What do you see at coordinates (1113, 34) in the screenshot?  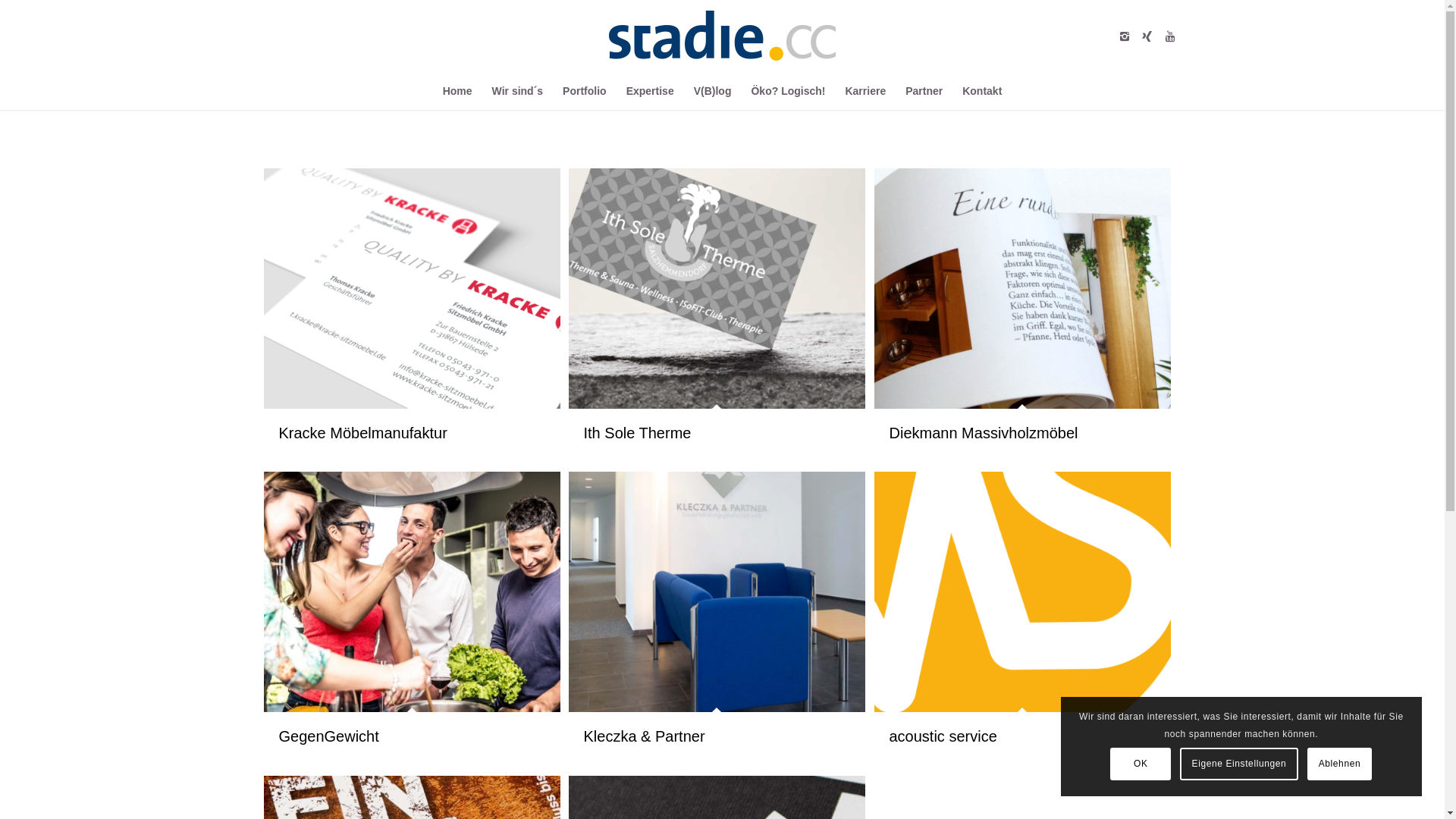 I see `'Instagram'` at bounding box center [1113, 34].